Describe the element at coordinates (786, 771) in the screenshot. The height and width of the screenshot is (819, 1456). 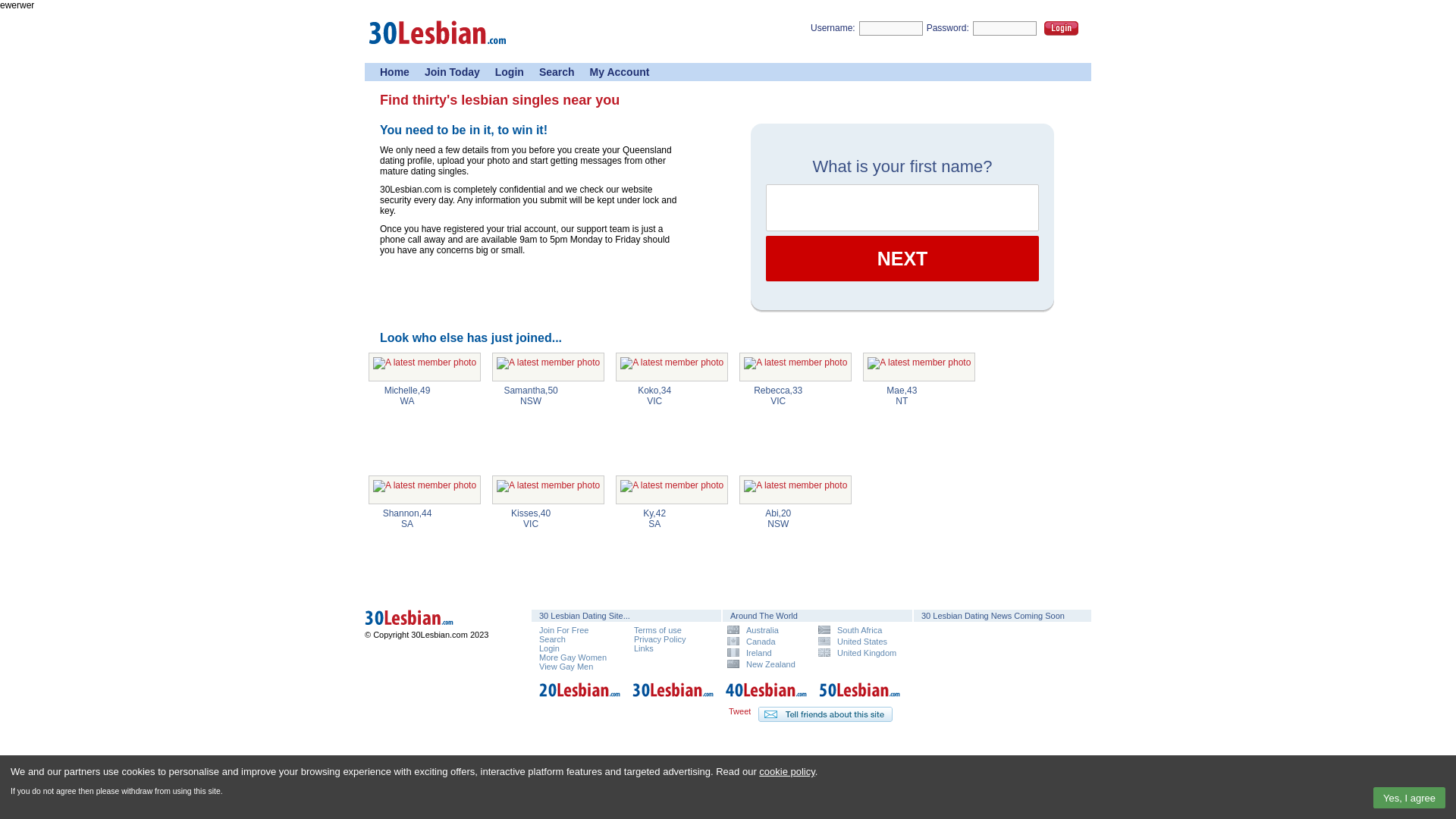
I see `'cookie policy'` at that location.